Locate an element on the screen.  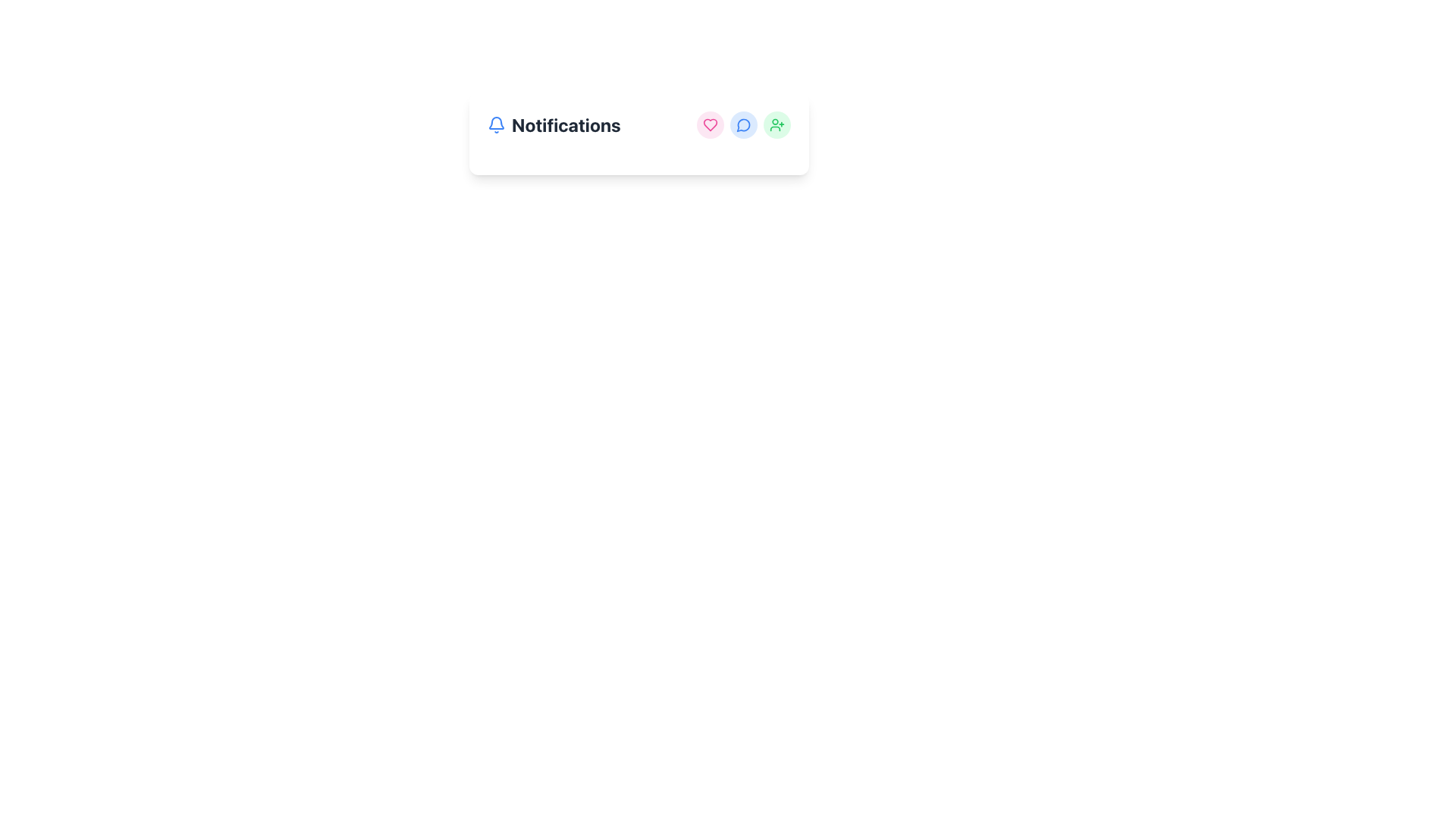
the green user icon with a '+' sign in the notification bar is located at coordinates (777, 124).